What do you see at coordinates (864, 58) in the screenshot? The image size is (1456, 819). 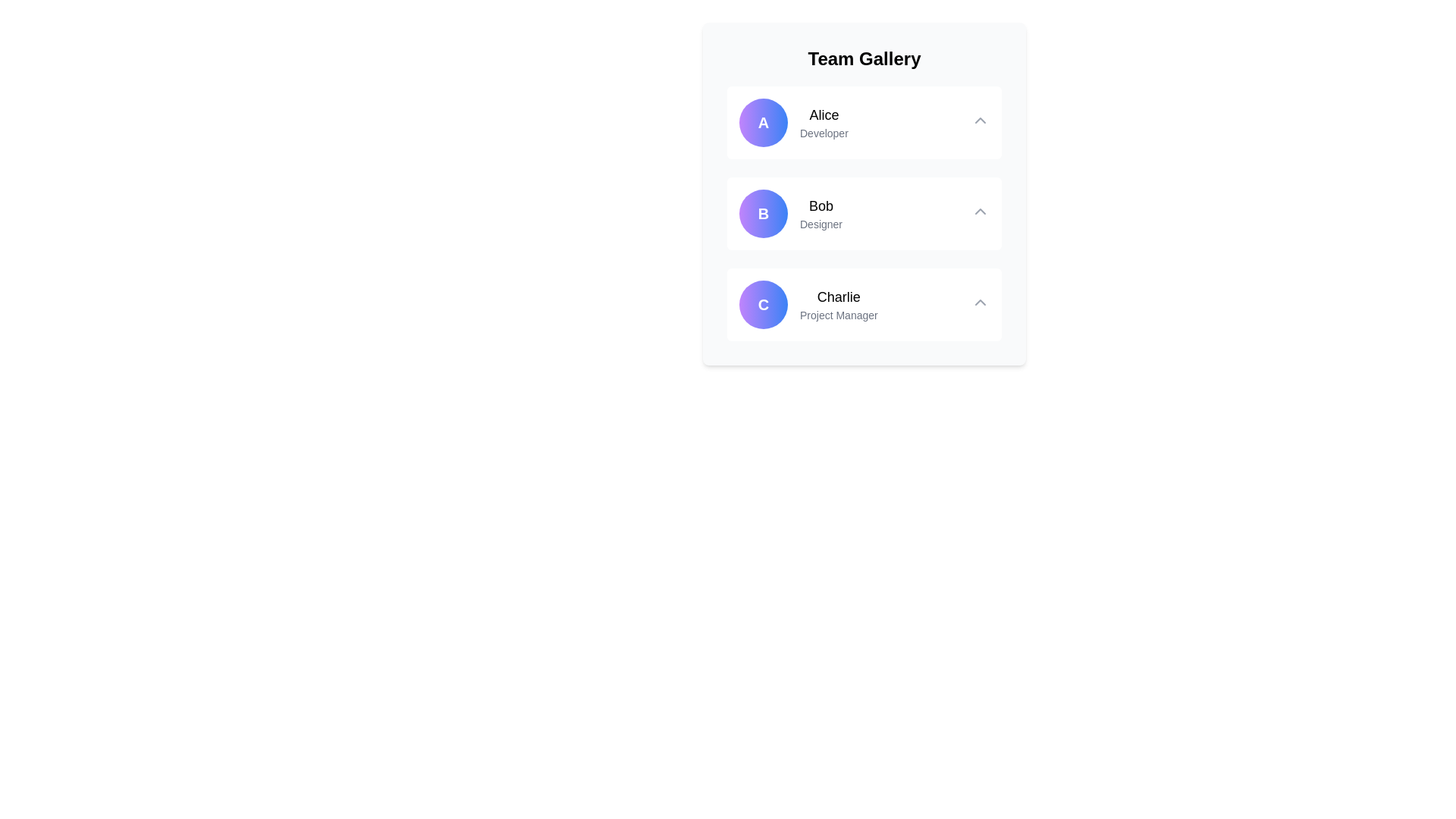 I see `bold header text 'Team Gallery' displayed at the top of the section, which is styled with a large font size and has noticeable spacing below it` at bounding box center [864, 58].